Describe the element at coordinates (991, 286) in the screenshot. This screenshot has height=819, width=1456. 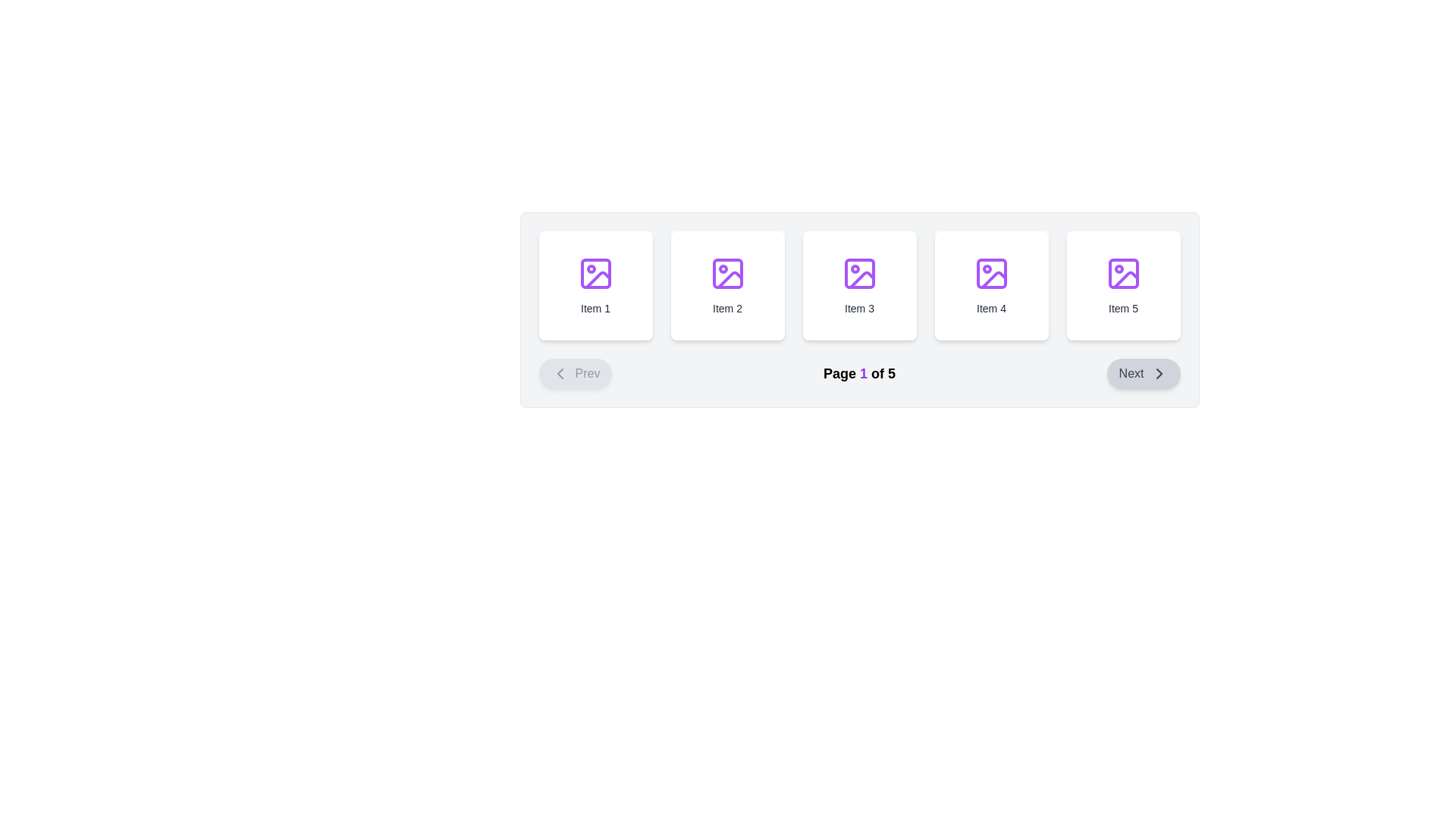
I see `the fourth card in a horizontal grid` at that location.